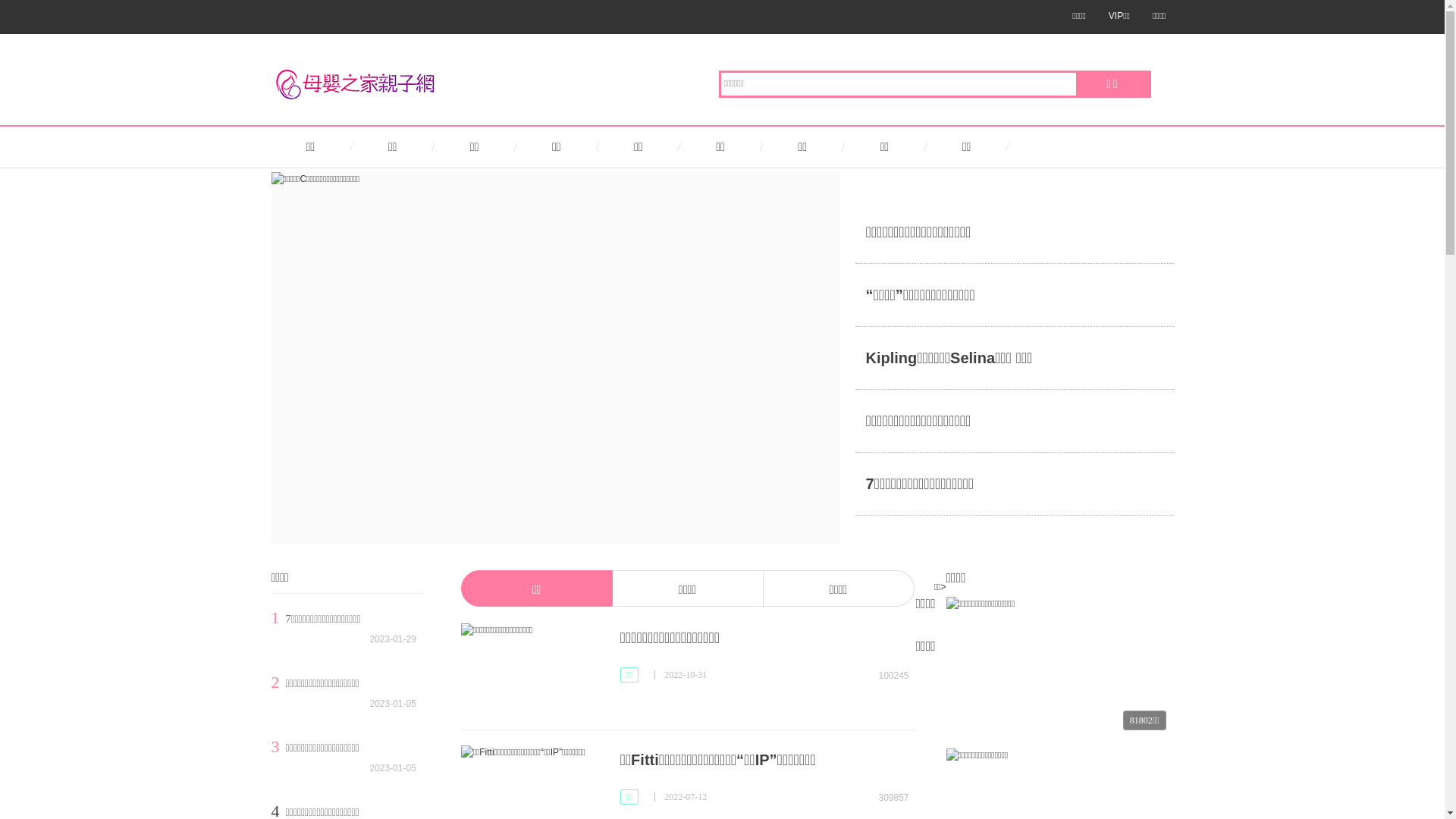 The image size is (1456, 819). What do you see at coordinates (886, 795) in the screenshot?
I see `'309857'` at bounding box center [886, 795].